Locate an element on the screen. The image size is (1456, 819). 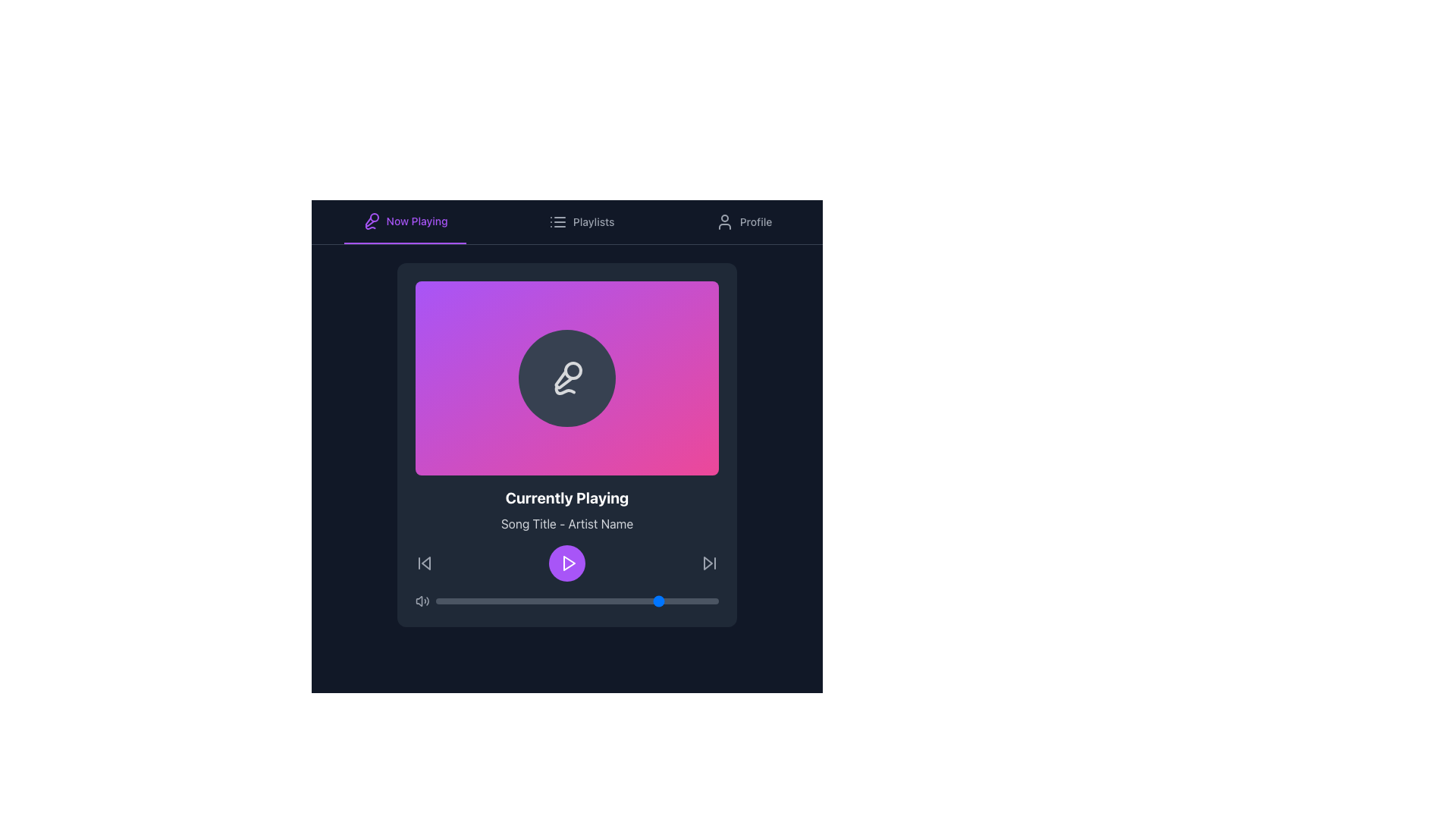
the previous track button represented by an SVG graphic to change its color to white is located at coordinates (425, 563).